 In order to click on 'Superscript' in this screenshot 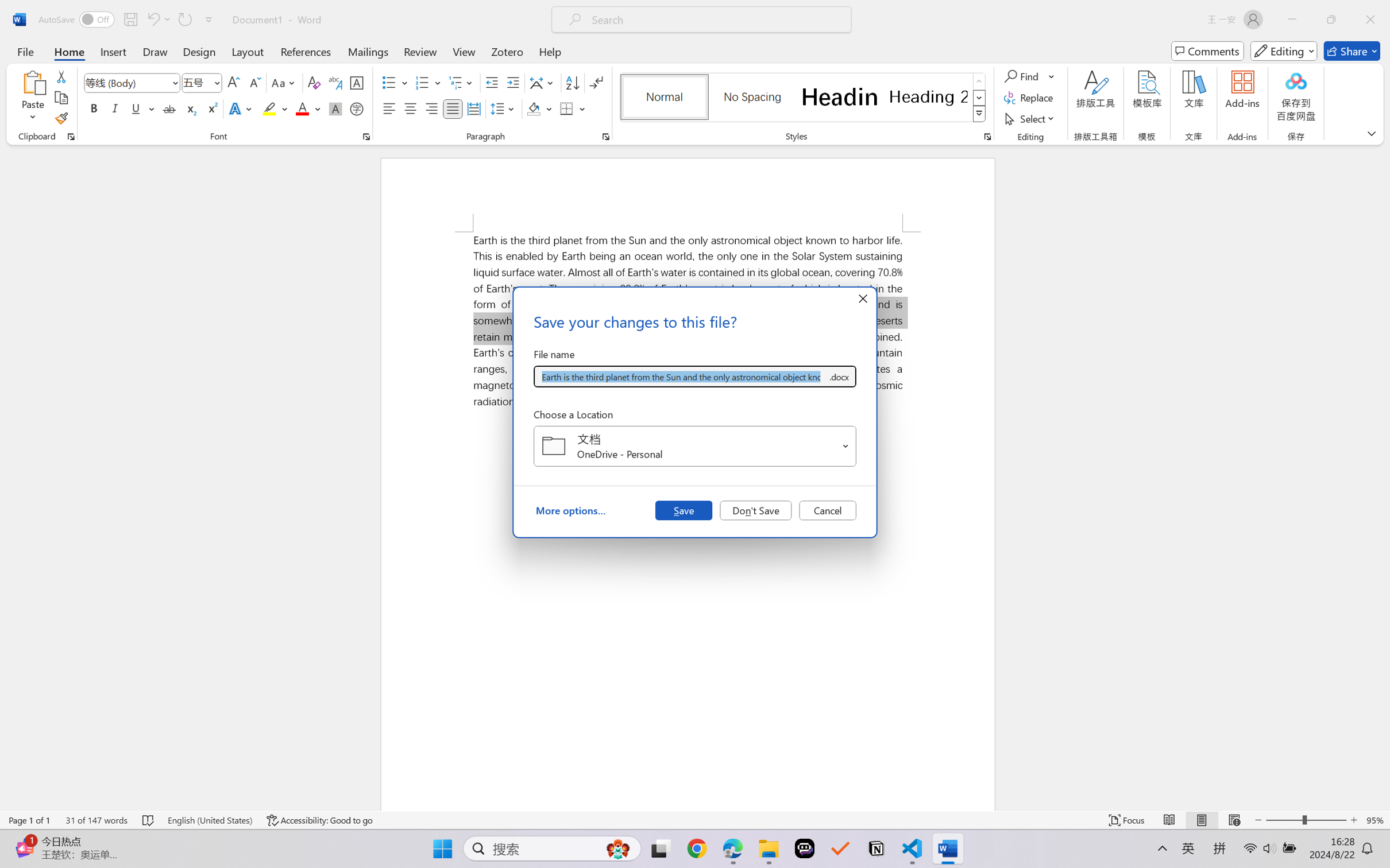, I will do `click(211, 108)`.